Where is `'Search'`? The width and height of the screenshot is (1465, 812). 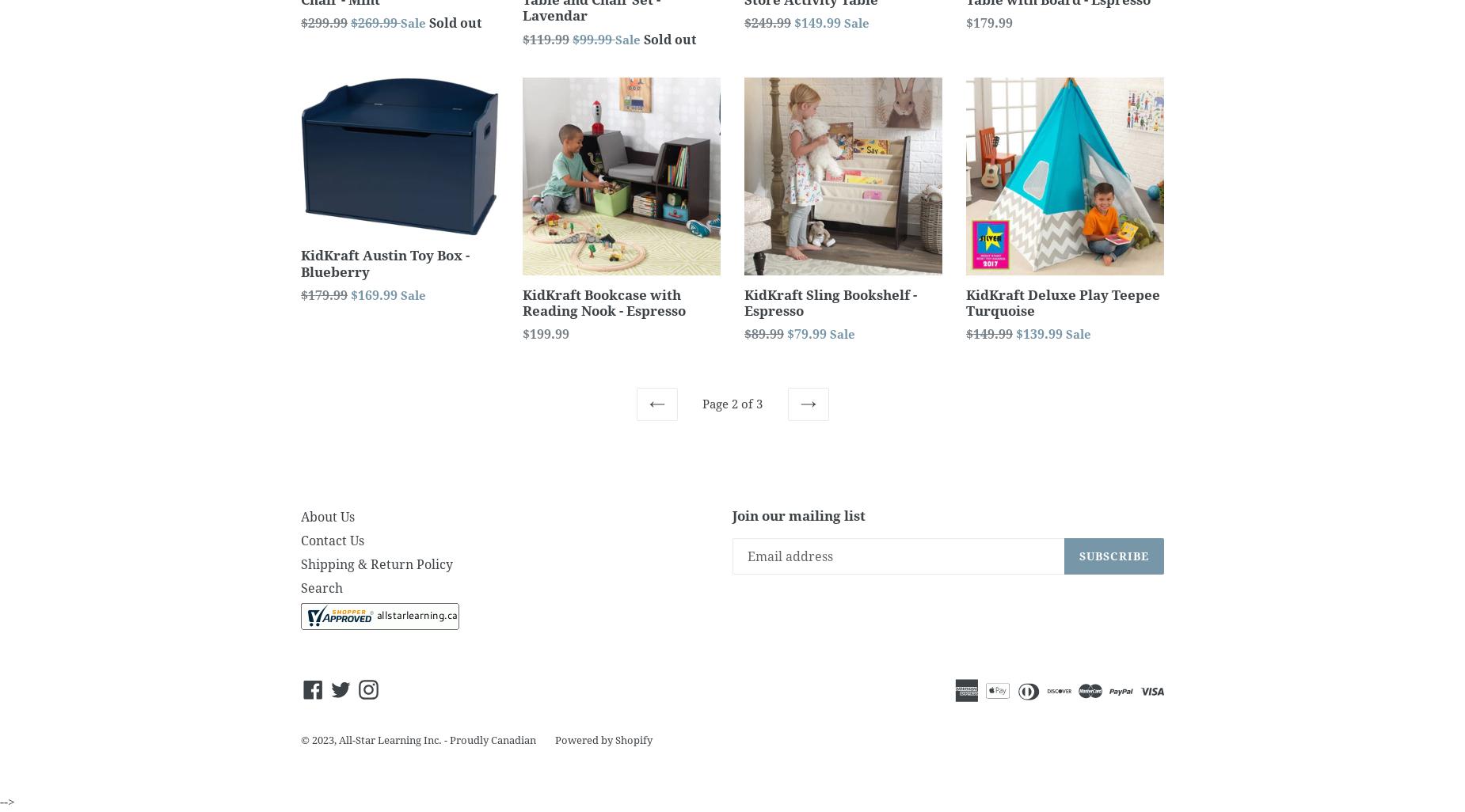 'Search' is located at coordinates (321, 588).